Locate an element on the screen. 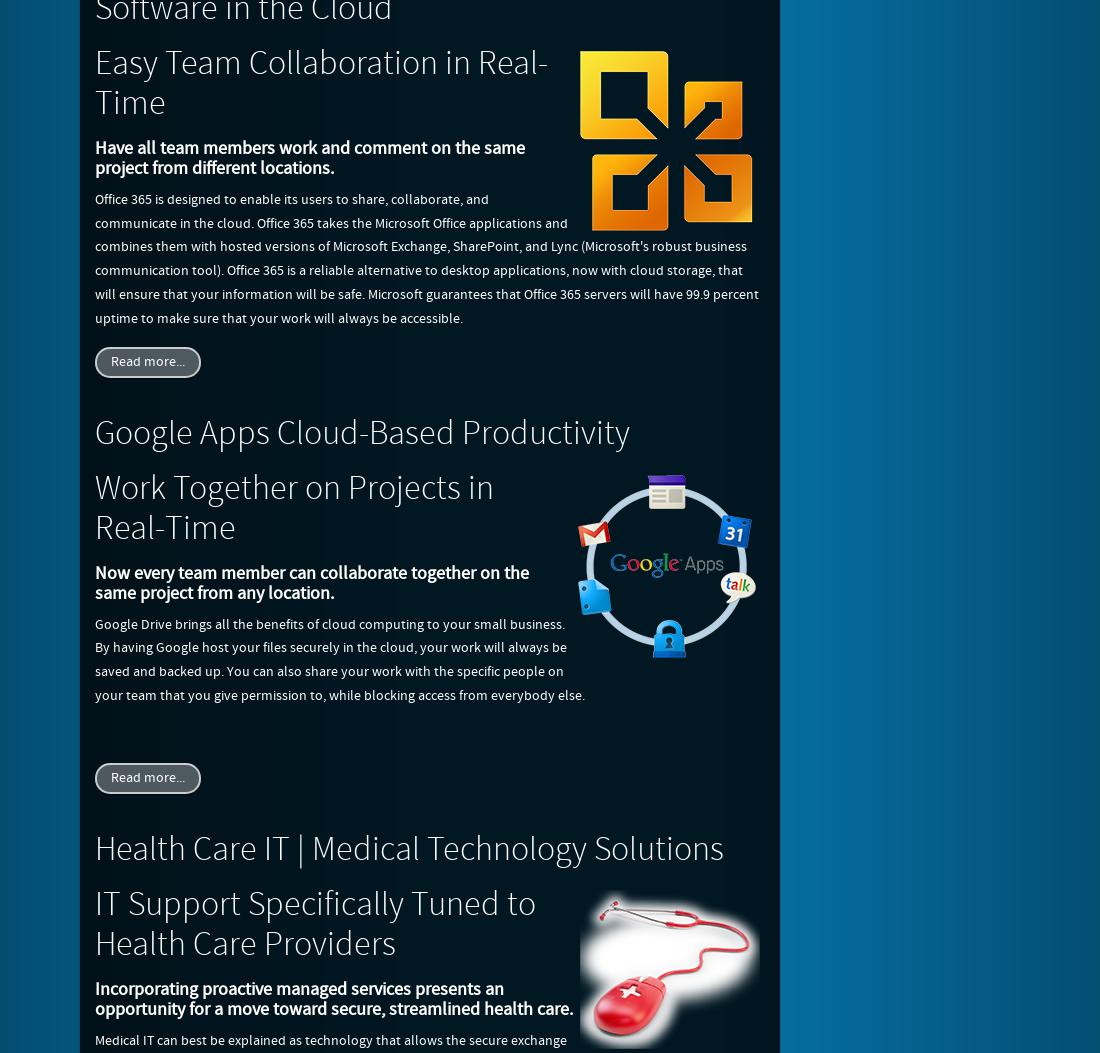  'Work Together on Projects in Real-Time' is located at coordinates (293, 507).